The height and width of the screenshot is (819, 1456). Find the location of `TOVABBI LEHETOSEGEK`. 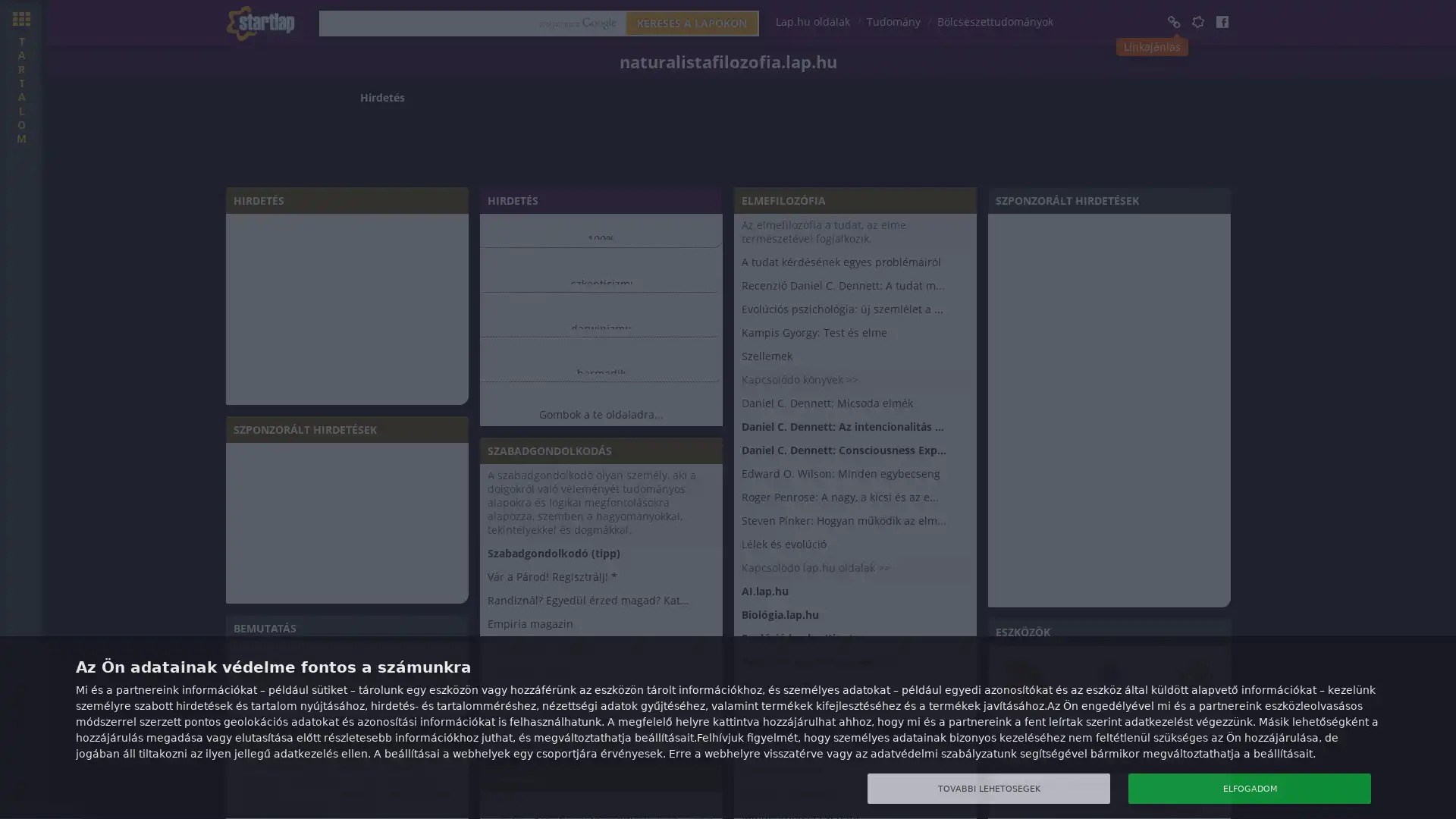

TOVABBI LEHETOSEGEK is located at coordinates (989, 788).